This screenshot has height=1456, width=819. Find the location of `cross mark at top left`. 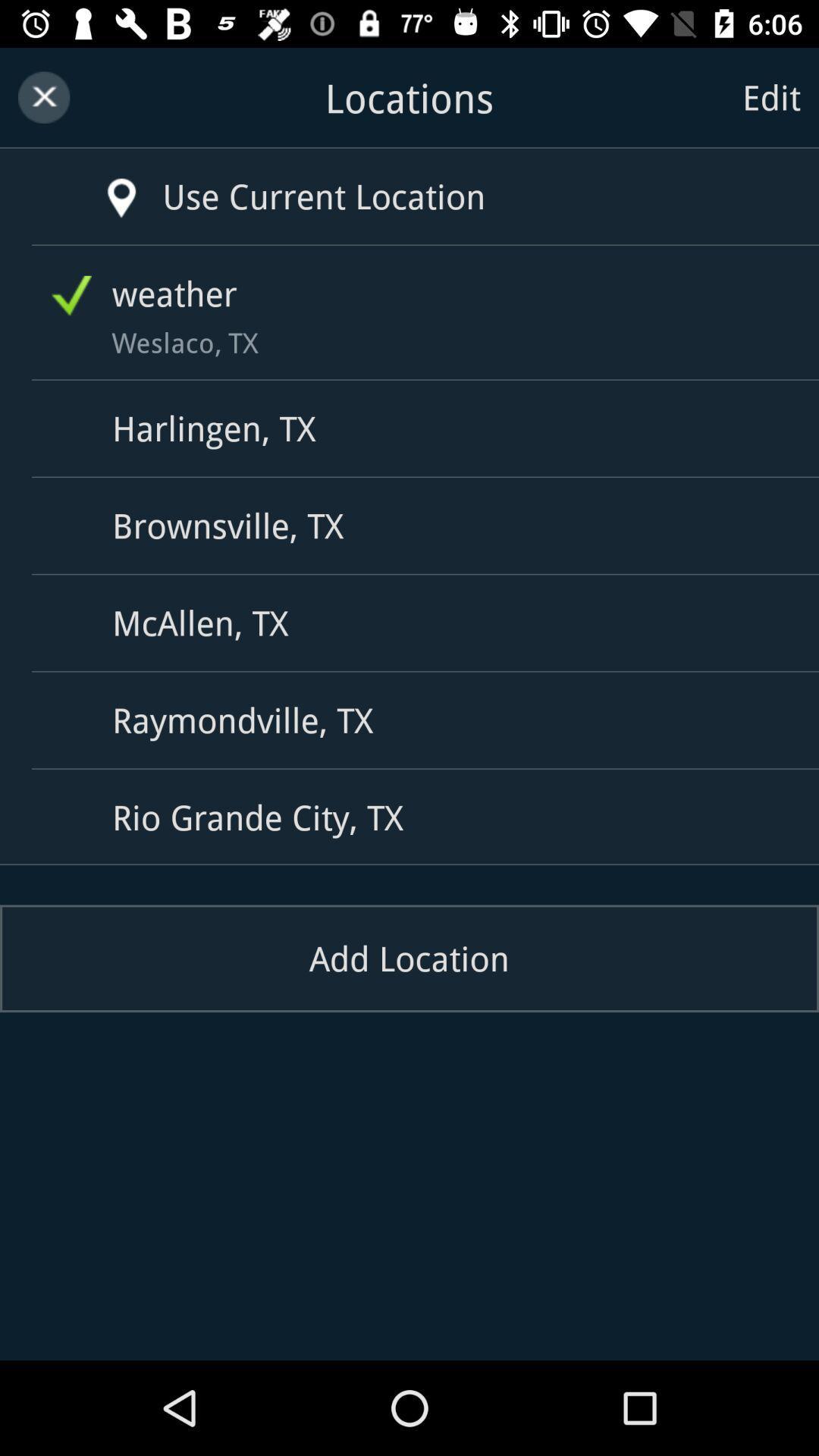

cross mark at top left is located at coordinates (42, 97).